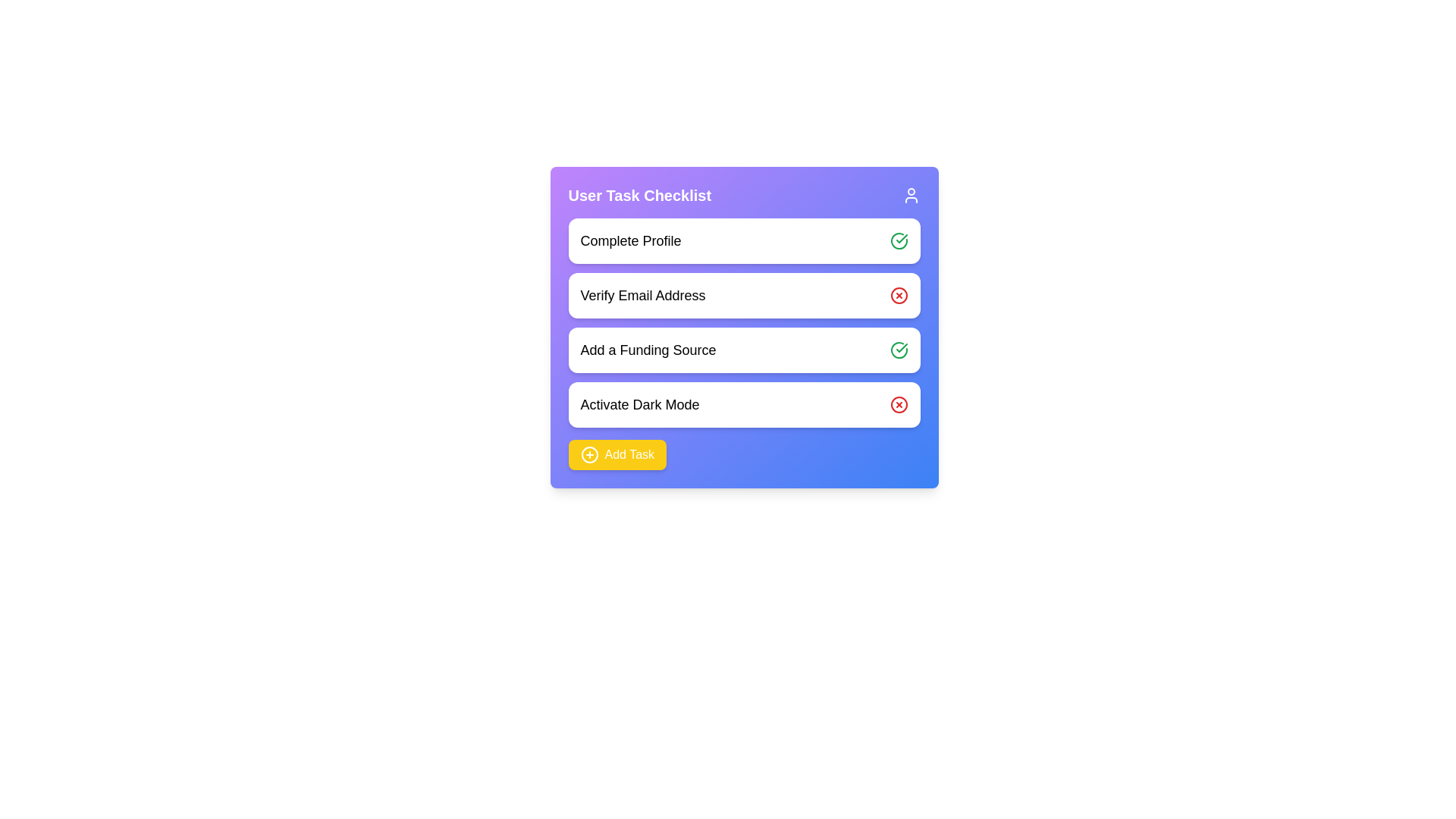  I want to click on the green circular icon with a checkmark, located to the right of the 'Complete Profile' text in the task list, so click(899, 240).